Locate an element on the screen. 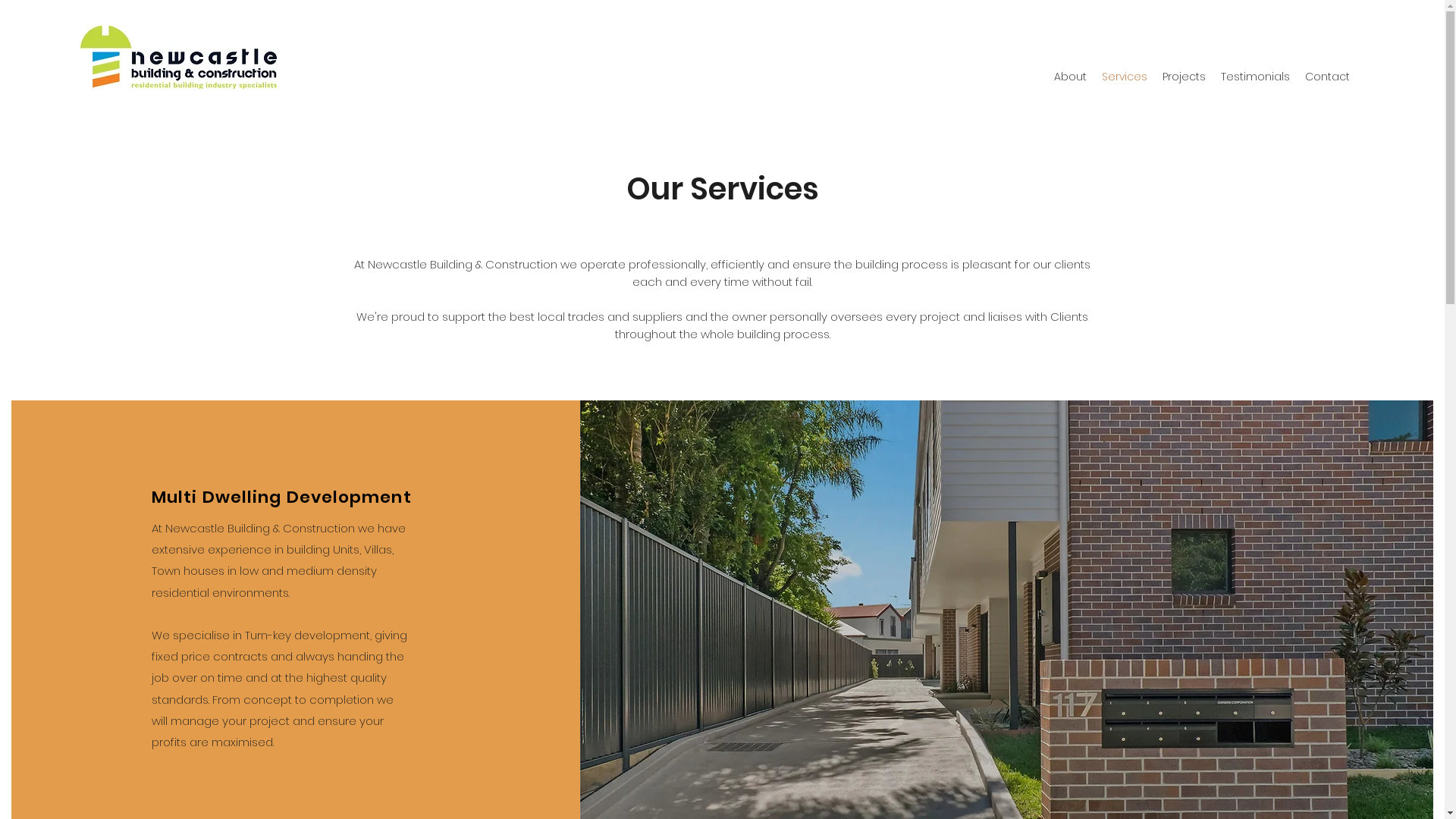  'Contact' is located at coordinates (1296, 77).